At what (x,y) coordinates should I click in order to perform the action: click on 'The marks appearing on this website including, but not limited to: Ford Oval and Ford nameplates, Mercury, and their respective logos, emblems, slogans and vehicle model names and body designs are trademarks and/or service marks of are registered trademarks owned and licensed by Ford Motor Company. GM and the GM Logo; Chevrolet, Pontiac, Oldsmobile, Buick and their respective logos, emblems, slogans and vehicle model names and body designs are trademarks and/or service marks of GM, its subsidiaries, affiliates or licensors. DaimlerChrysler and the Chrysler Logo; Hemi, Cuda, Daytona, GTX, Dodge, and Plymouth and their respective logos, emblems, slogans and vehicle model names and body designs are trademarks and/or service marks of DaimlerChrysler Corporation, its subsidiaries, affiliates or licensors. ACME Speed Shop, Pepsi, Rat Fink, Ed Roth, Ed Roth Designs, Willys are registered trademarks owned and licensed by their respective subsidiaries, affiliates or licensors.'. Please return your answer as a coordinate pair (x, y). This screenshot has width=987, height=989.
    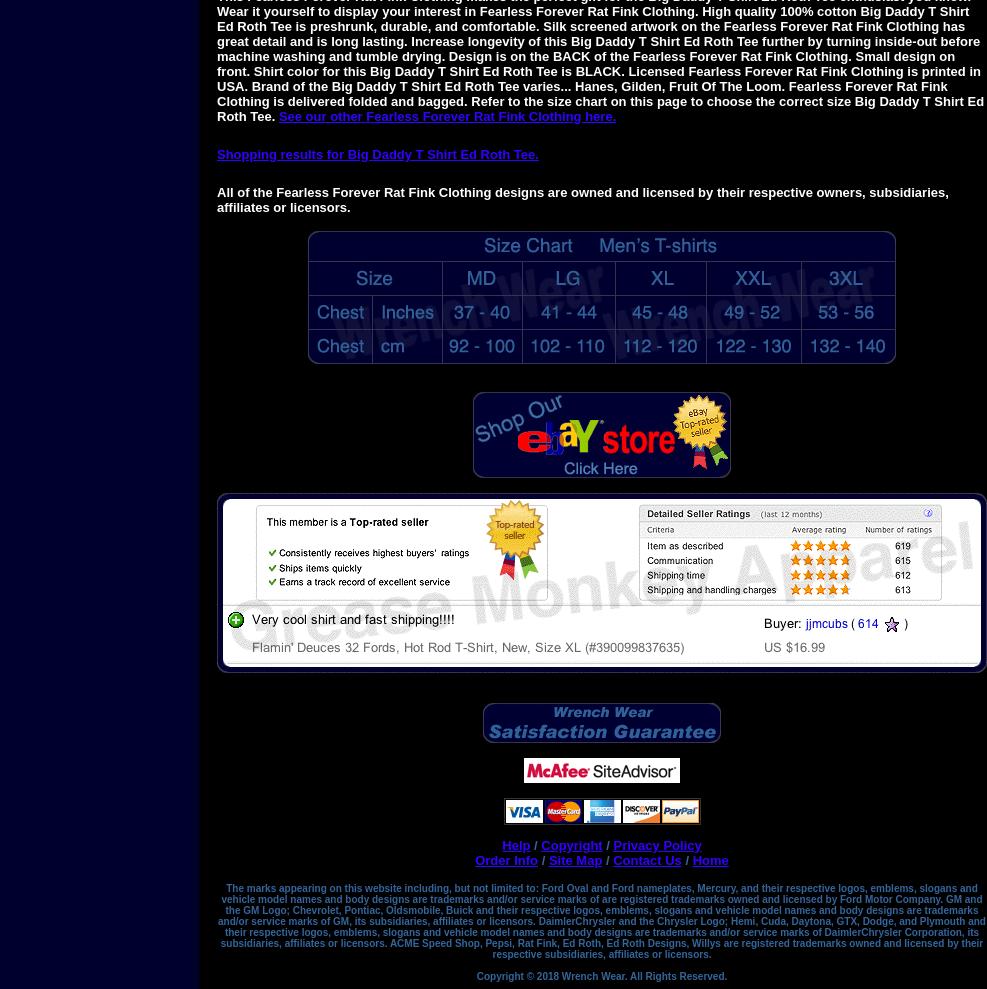
    Looking at the image, I should click on (600, 920).